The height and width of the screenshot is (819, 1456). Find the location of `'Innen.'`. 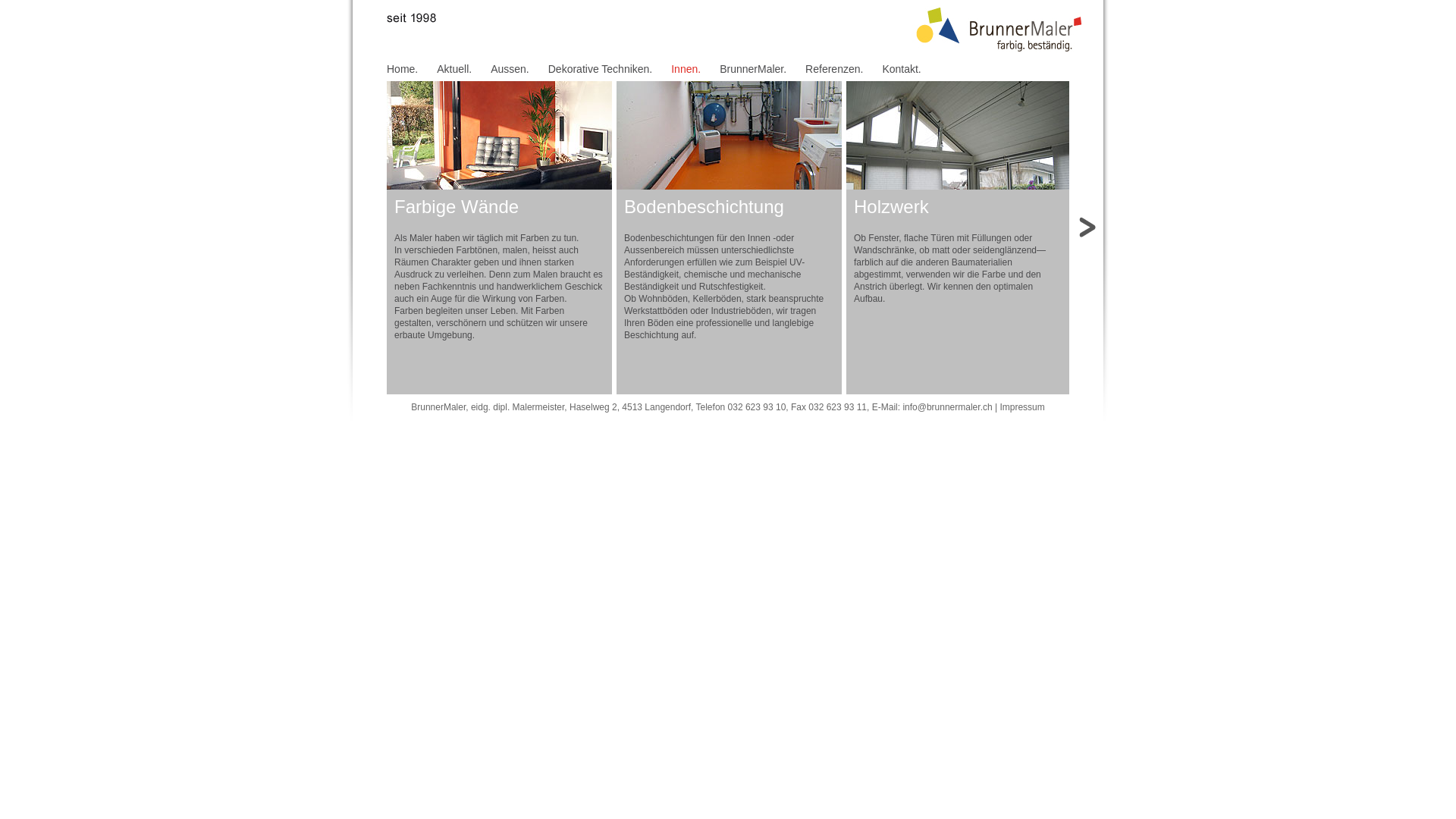

'Innen.' is located at coordinates (670, 69).